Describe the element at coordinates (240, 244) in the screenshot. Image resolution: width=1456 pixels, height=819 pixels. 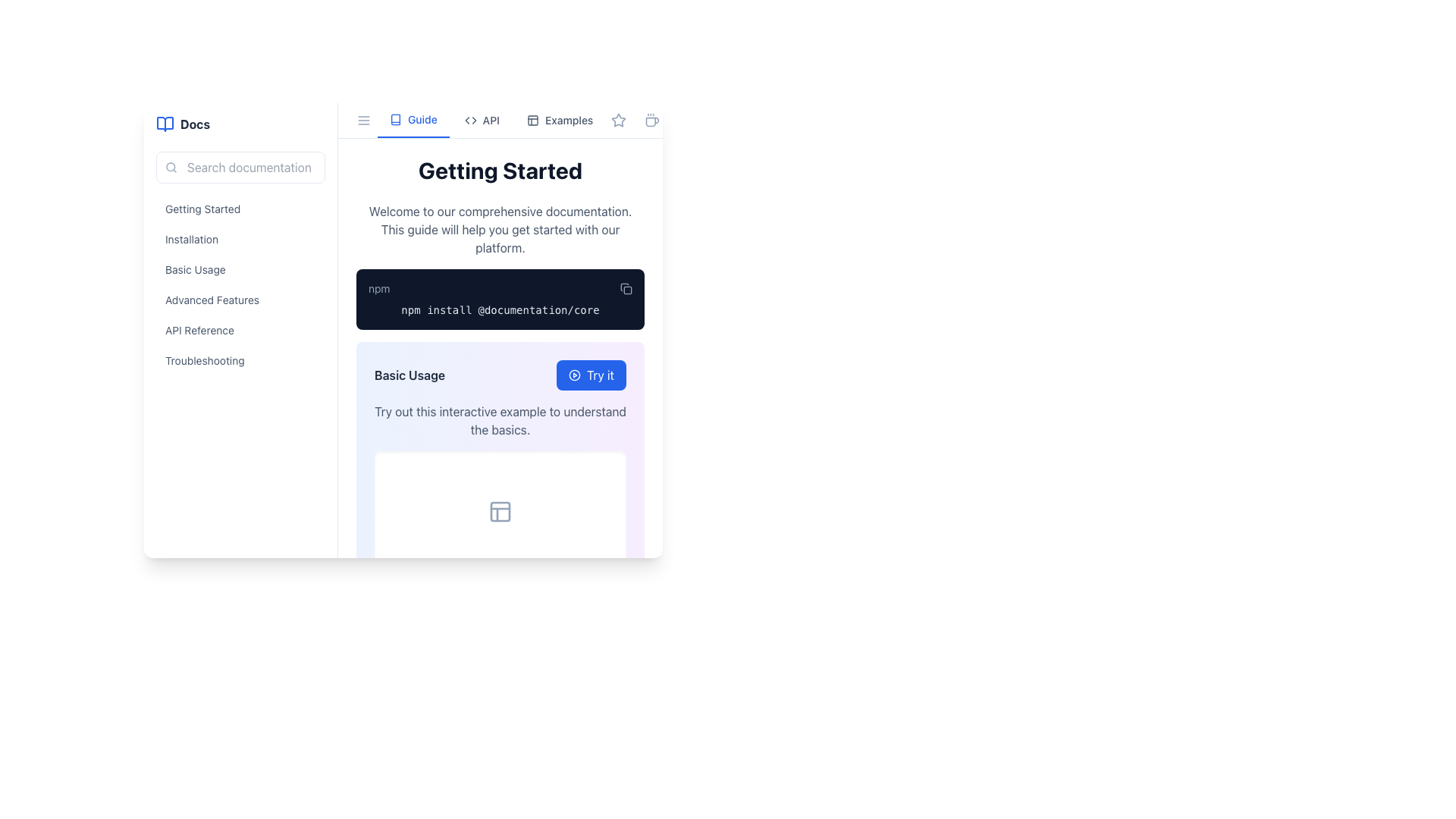
I see `the navigational link for 'Installation' located in the sidebar menu, which is the second item below 'Getting Started'` at that location.